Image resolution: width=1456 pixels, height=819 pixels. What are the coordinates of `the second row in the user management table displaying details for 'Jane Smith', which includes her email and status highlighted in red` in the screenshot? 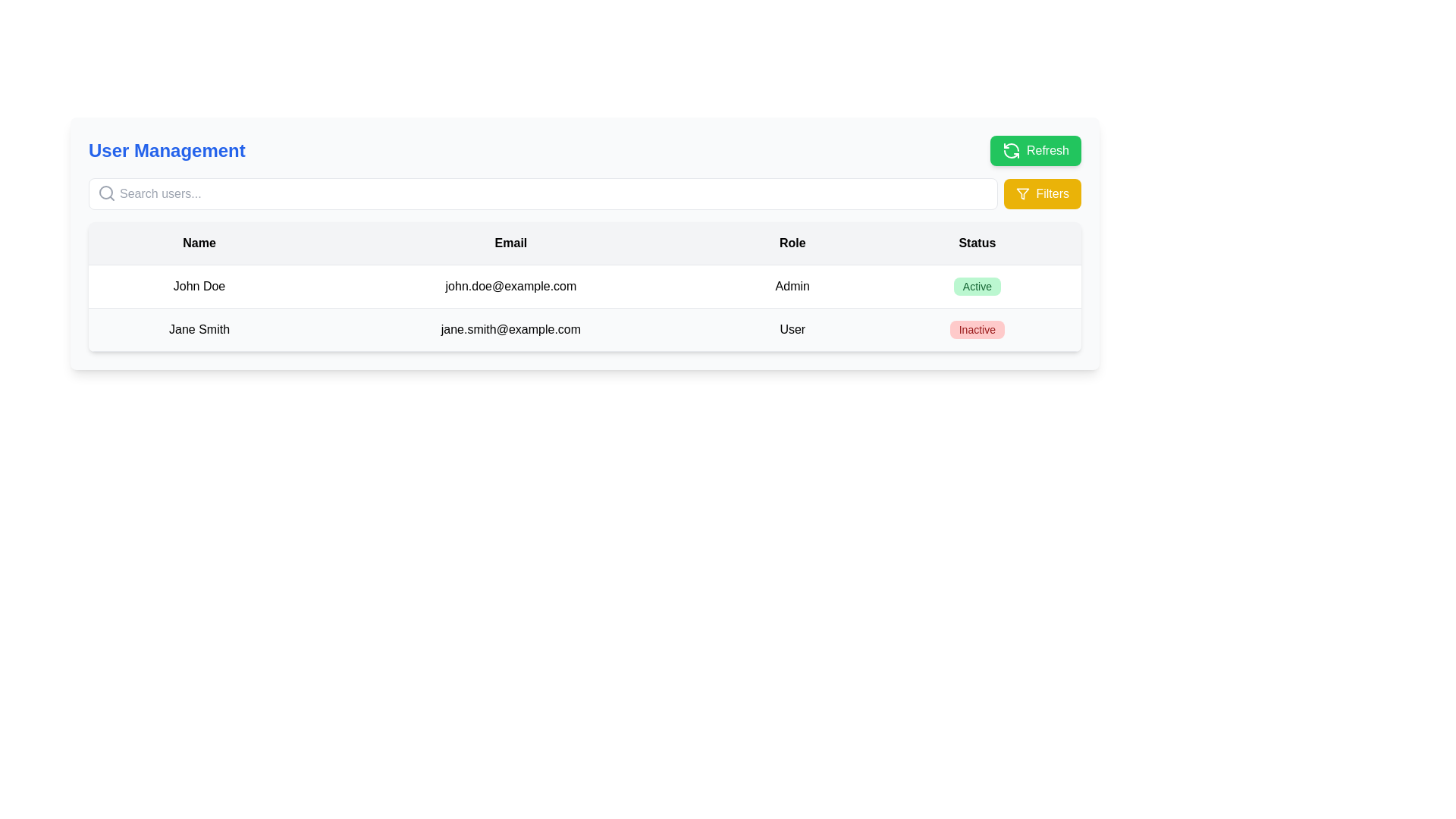 It's located at (584, 329).